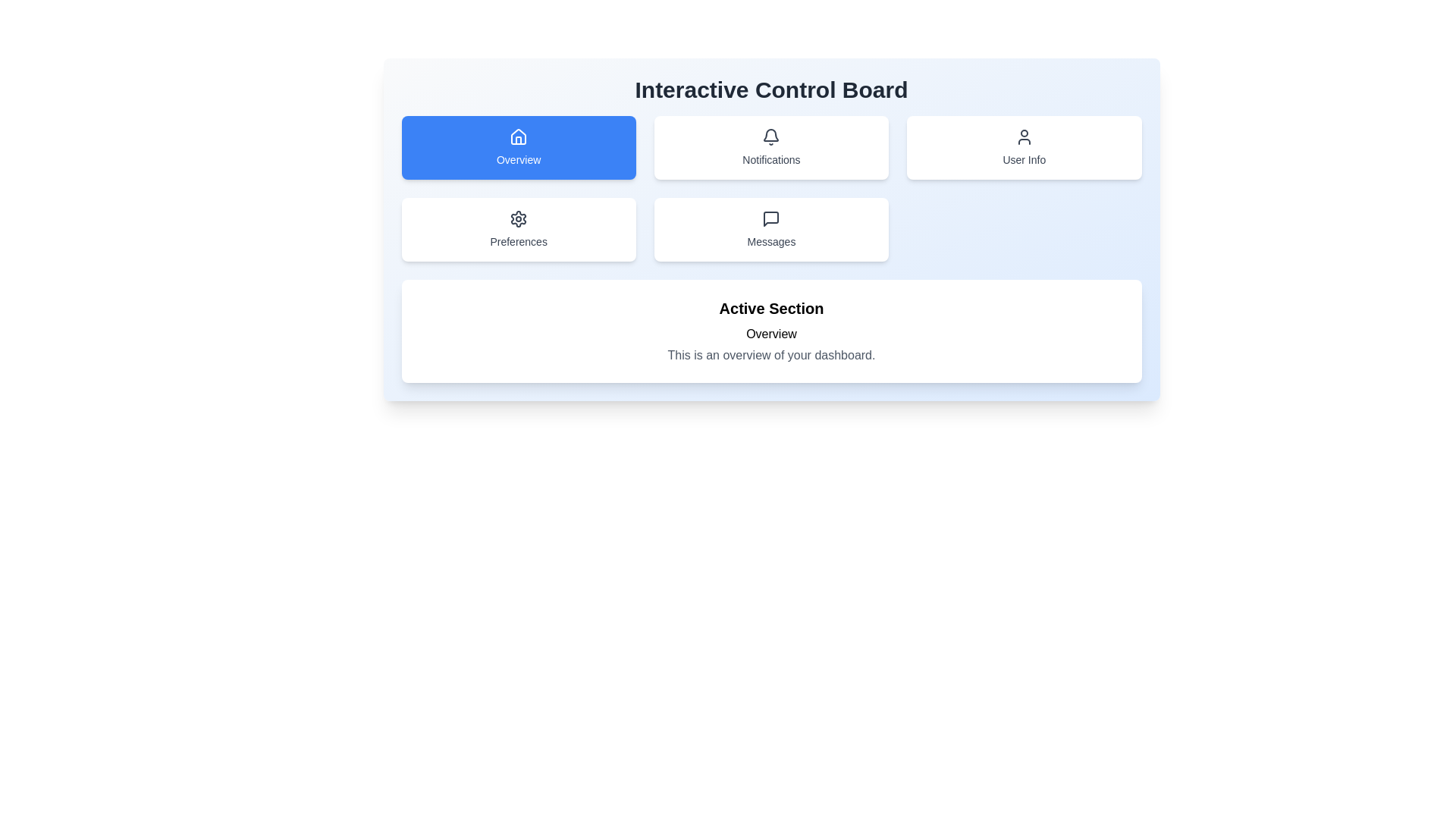 The width and height of the screenshot is (1456, 819). What do you see at coordinates (771, 90) in the screenshot?
I see `the Header or Title Element located at the top of the interface, above the grid of selectable options` at bounding box center [771, 90].